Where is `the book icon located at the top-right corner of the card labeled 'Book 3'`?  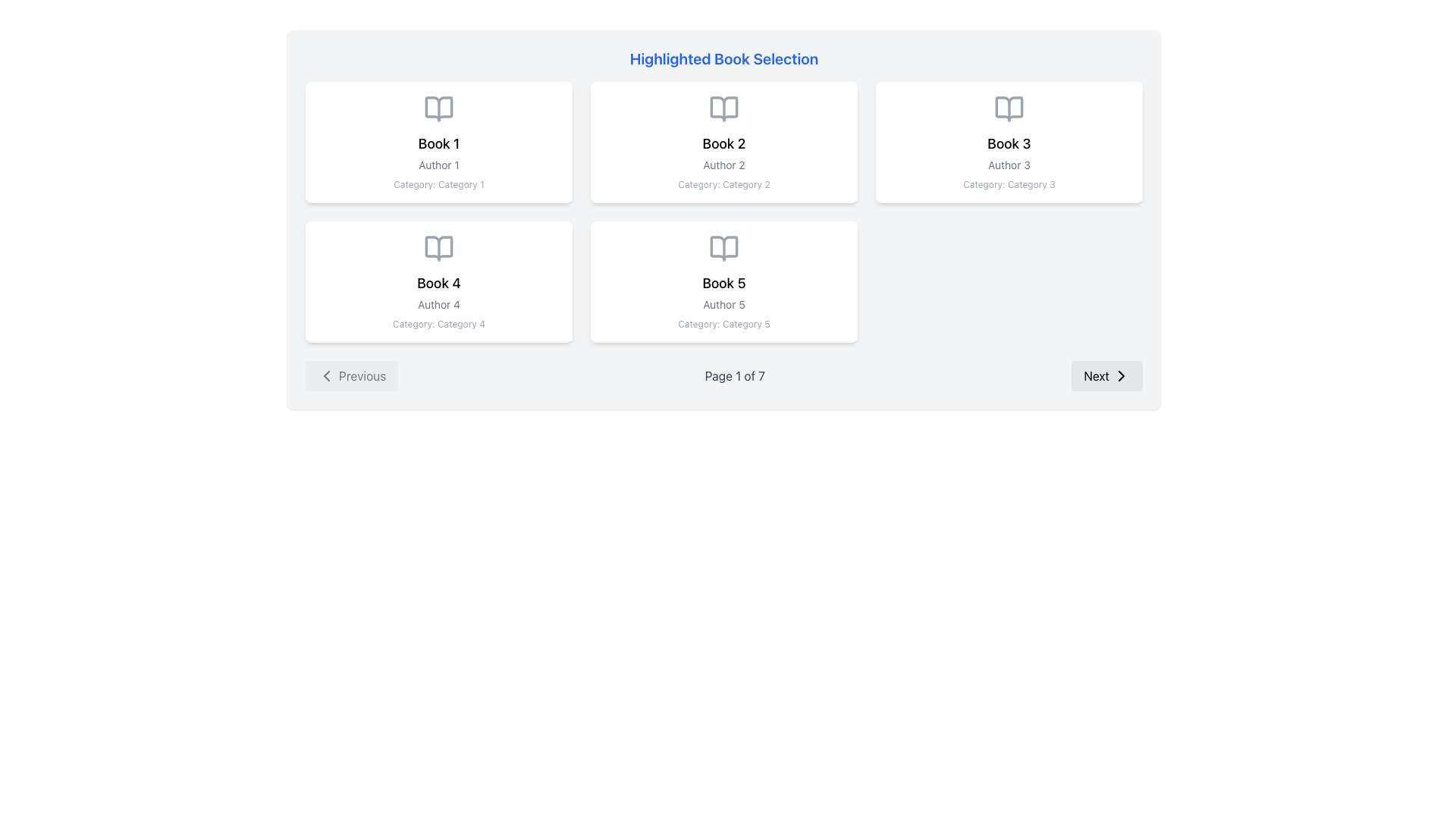
the book icon located at the top-right corner of the card labeled 'Book 3' is located at coordinates (1009, 108).